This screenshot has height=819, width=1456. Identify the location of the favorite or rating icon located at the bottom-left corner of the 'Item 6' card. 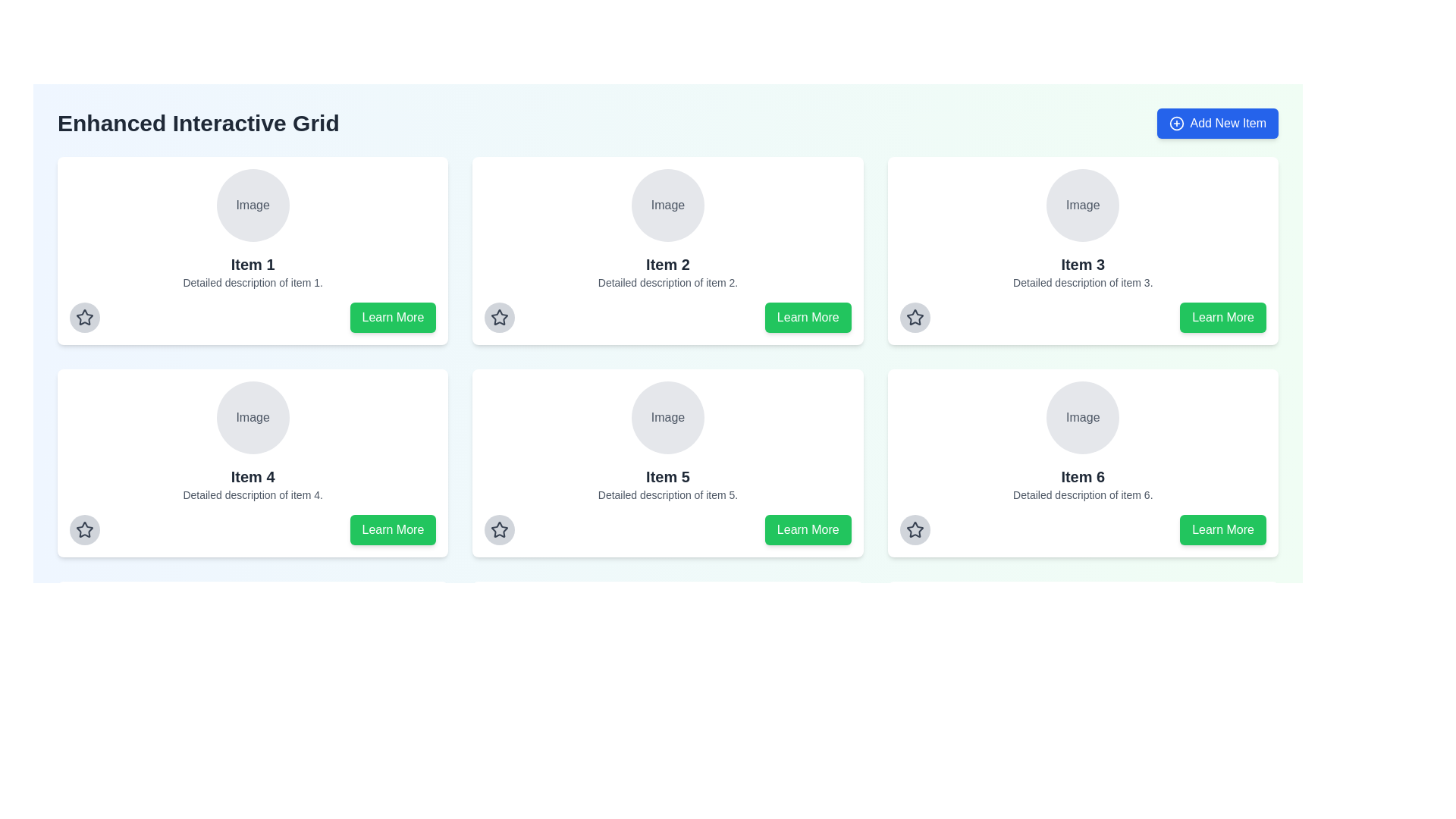
(914, 529).